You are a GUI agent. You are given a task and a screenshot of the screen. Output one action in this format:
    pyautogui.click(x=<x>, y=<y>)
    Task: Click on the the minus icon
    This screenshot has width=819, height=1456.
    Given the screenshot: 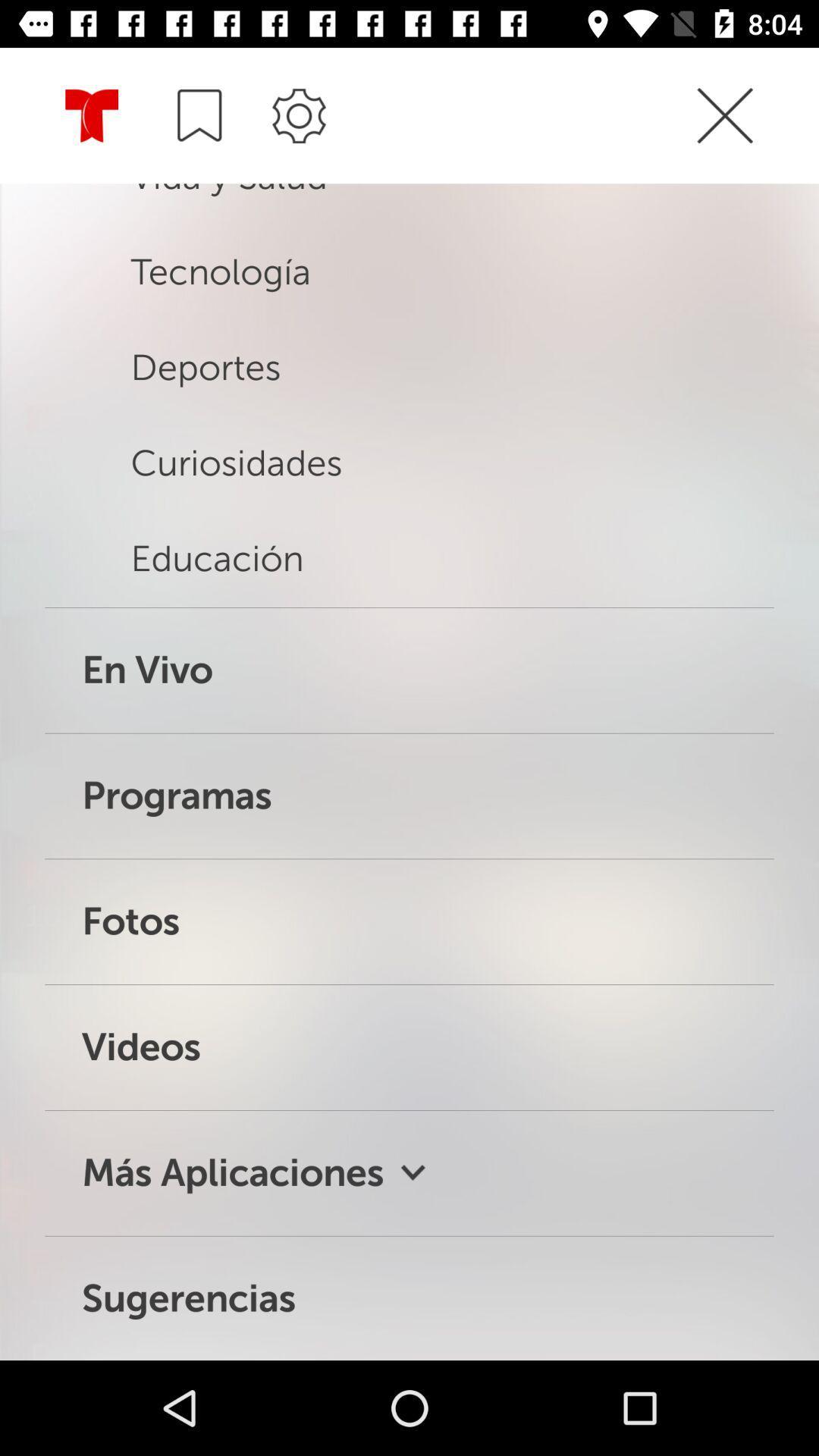 What is the action you would take?
    pyautogui.click(x=199, y=115)
    